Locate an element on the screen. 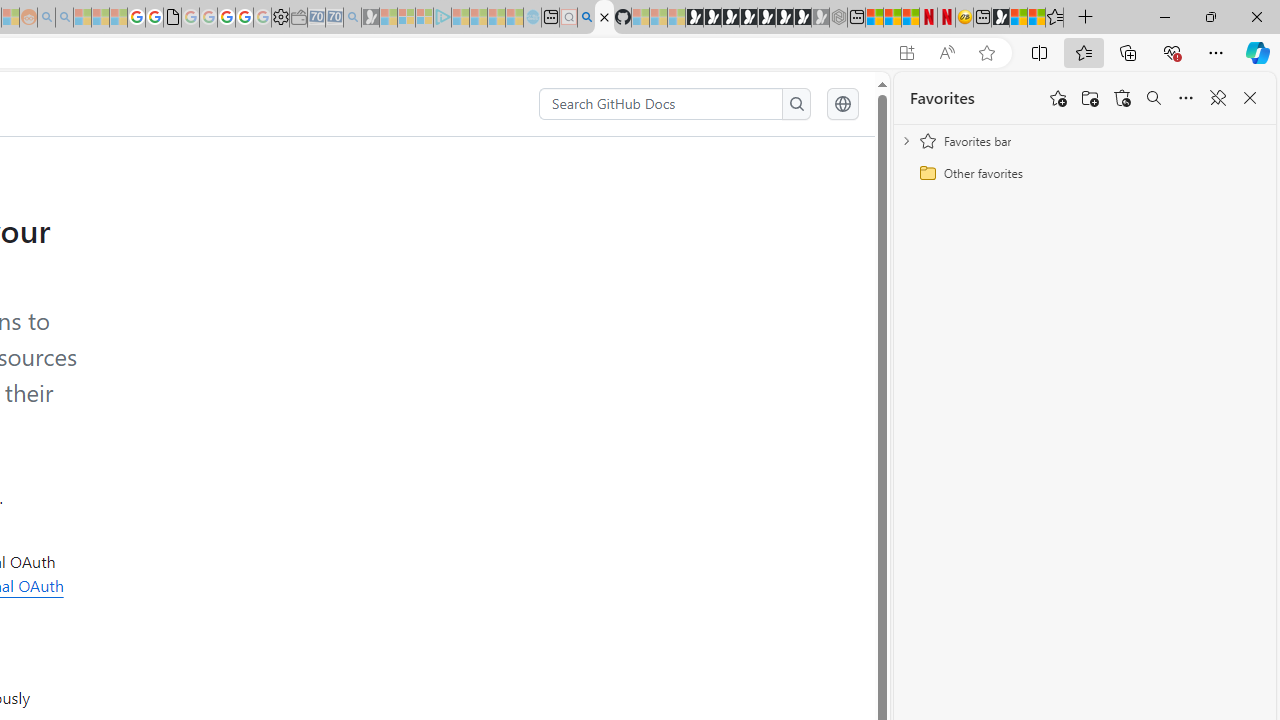  'Restore' is located at coordinates (1209, 16).